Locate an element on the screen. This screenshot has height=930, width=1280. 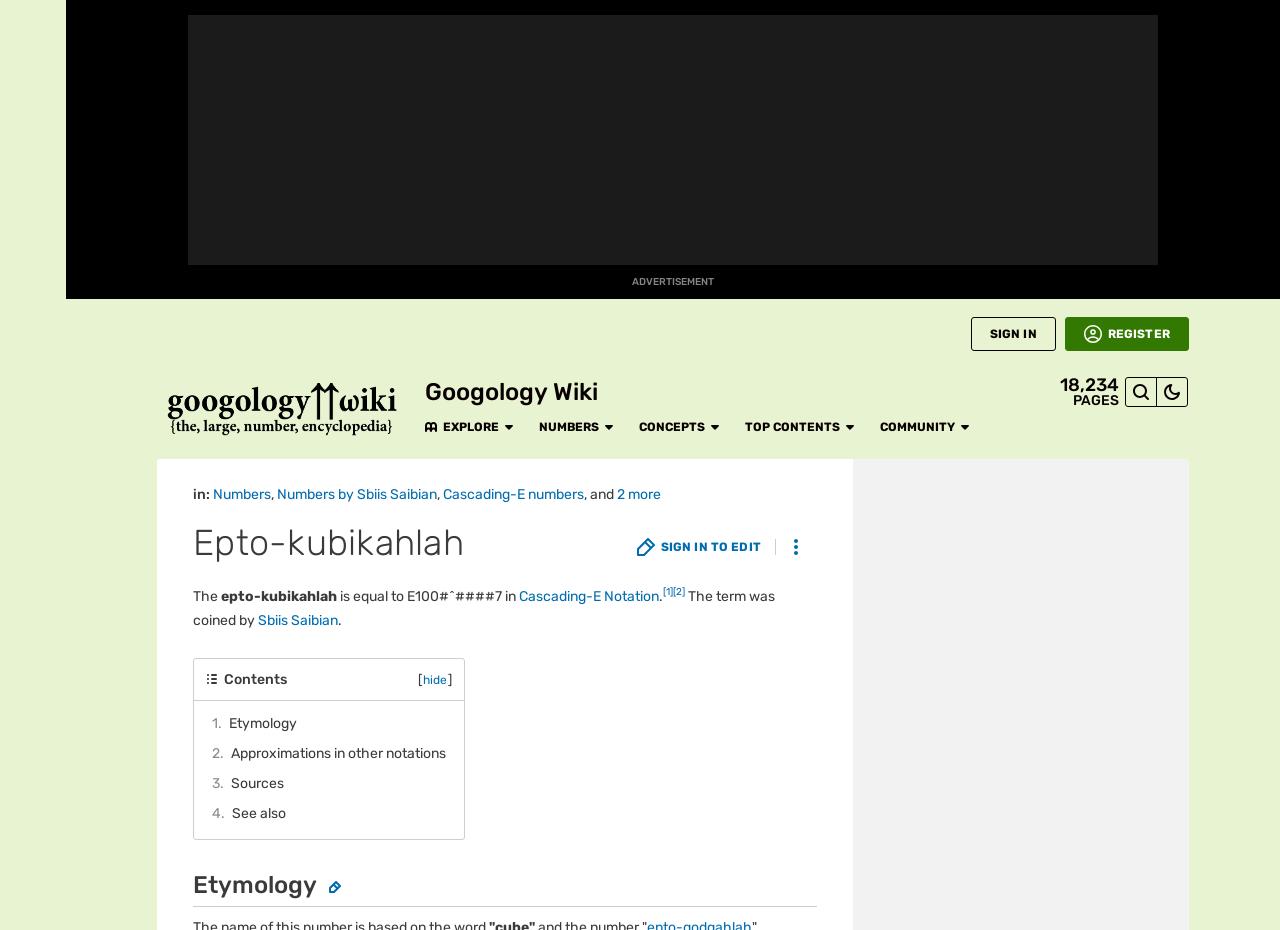
'Cascading-E' is located at coordinates (417, 136).